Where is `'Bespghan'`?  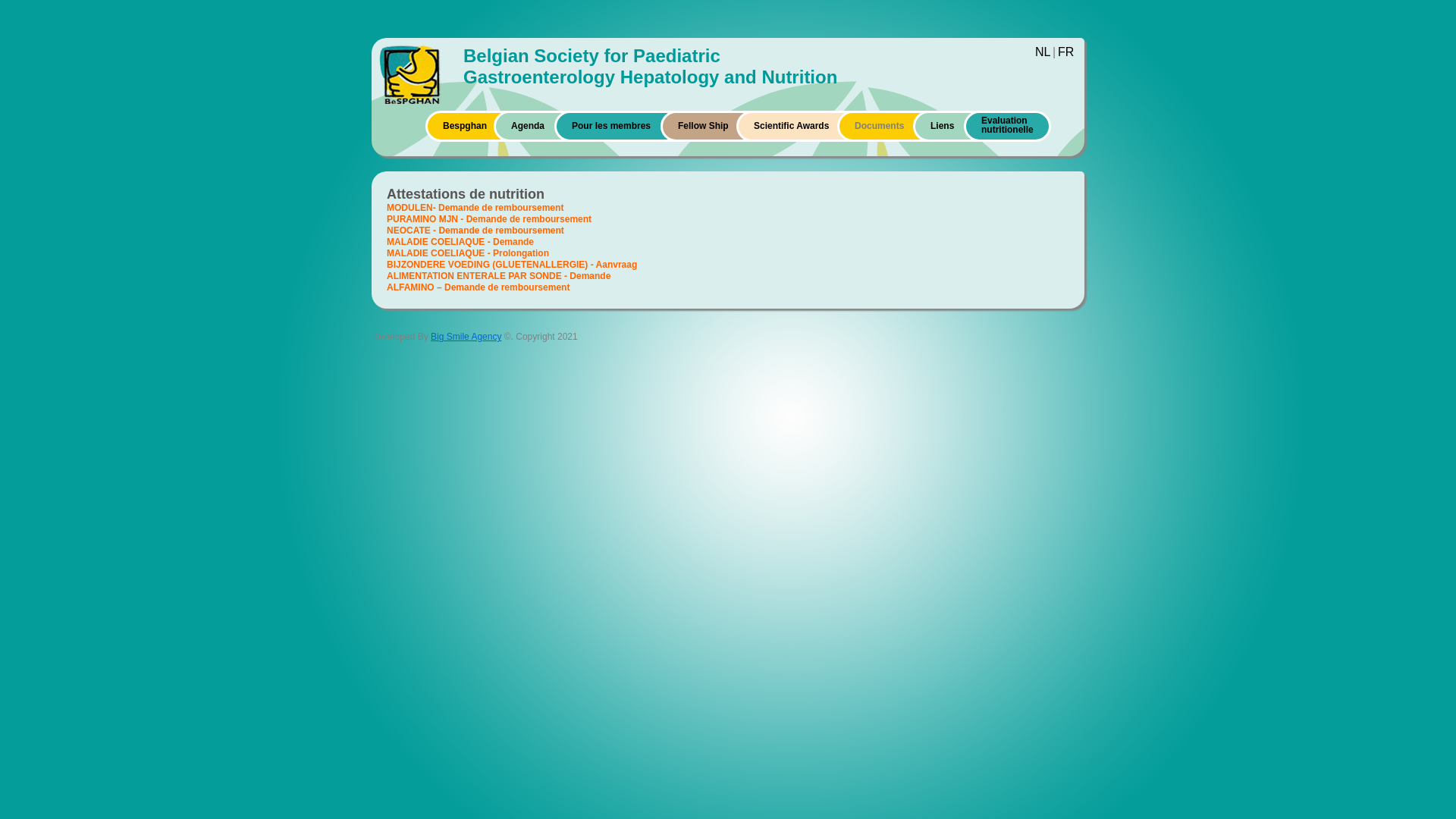 'Bespghan' is located at coordinates (464, 124).